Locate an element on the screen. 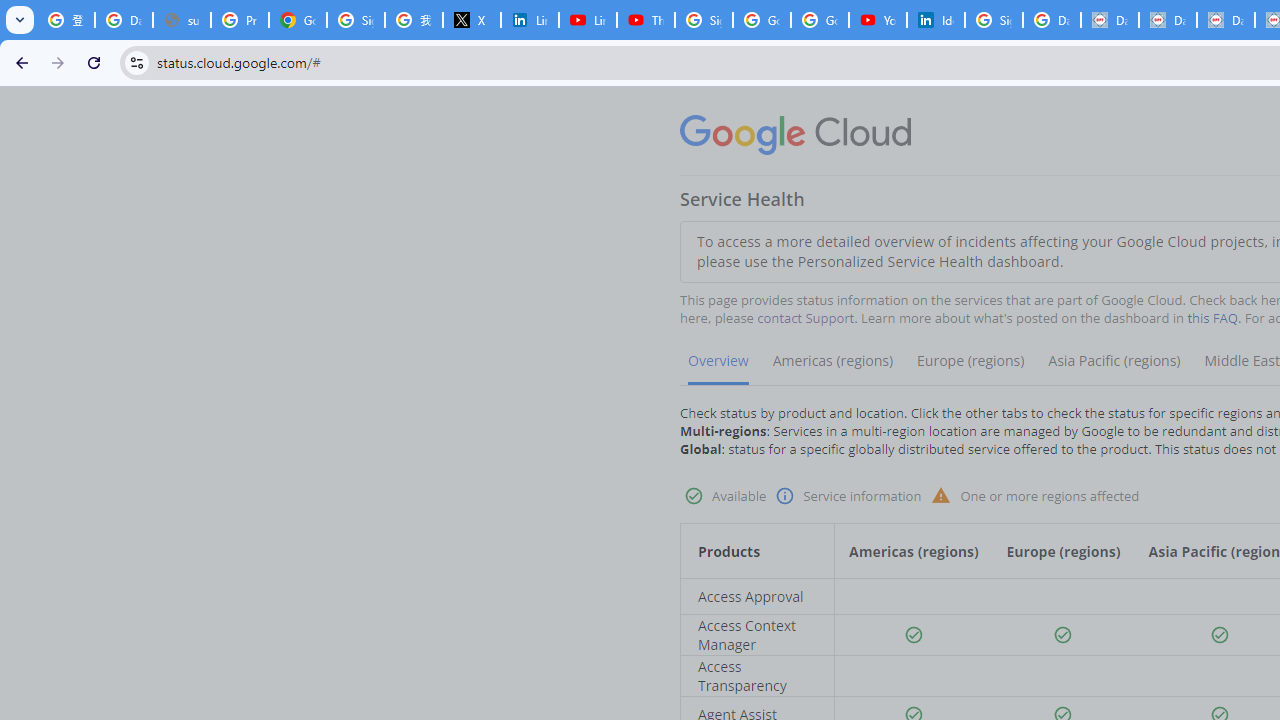 This screenshot has height=720, width=1280. 'Identity verification via Persona | LinkedIn Help' is located at coordinates (935, 20).